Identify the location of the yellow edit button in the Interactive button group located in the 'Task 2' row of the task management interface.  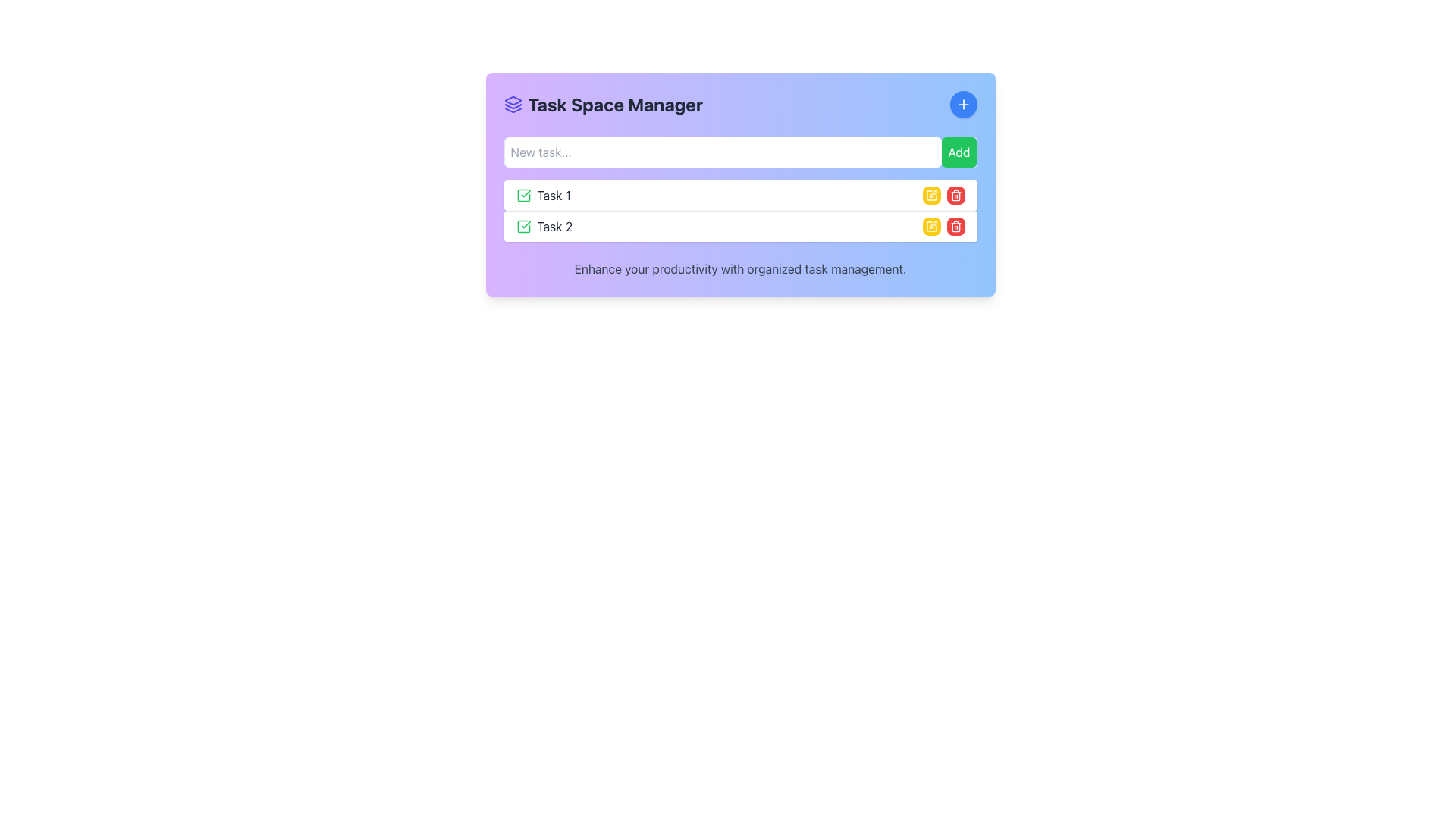
(943, 227).